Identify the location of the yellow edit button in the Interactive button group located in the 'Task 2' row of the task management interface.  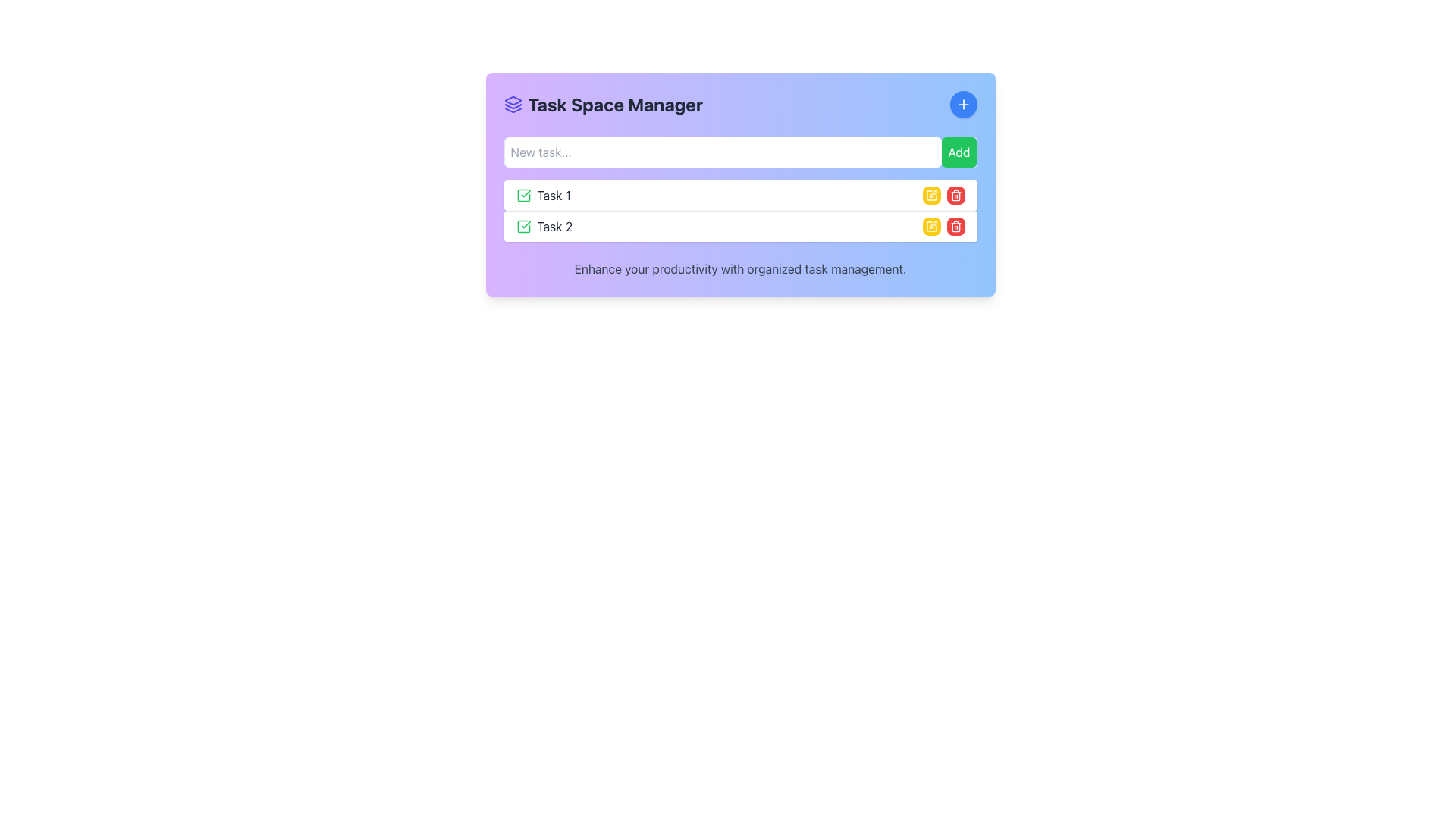
(943, 227).